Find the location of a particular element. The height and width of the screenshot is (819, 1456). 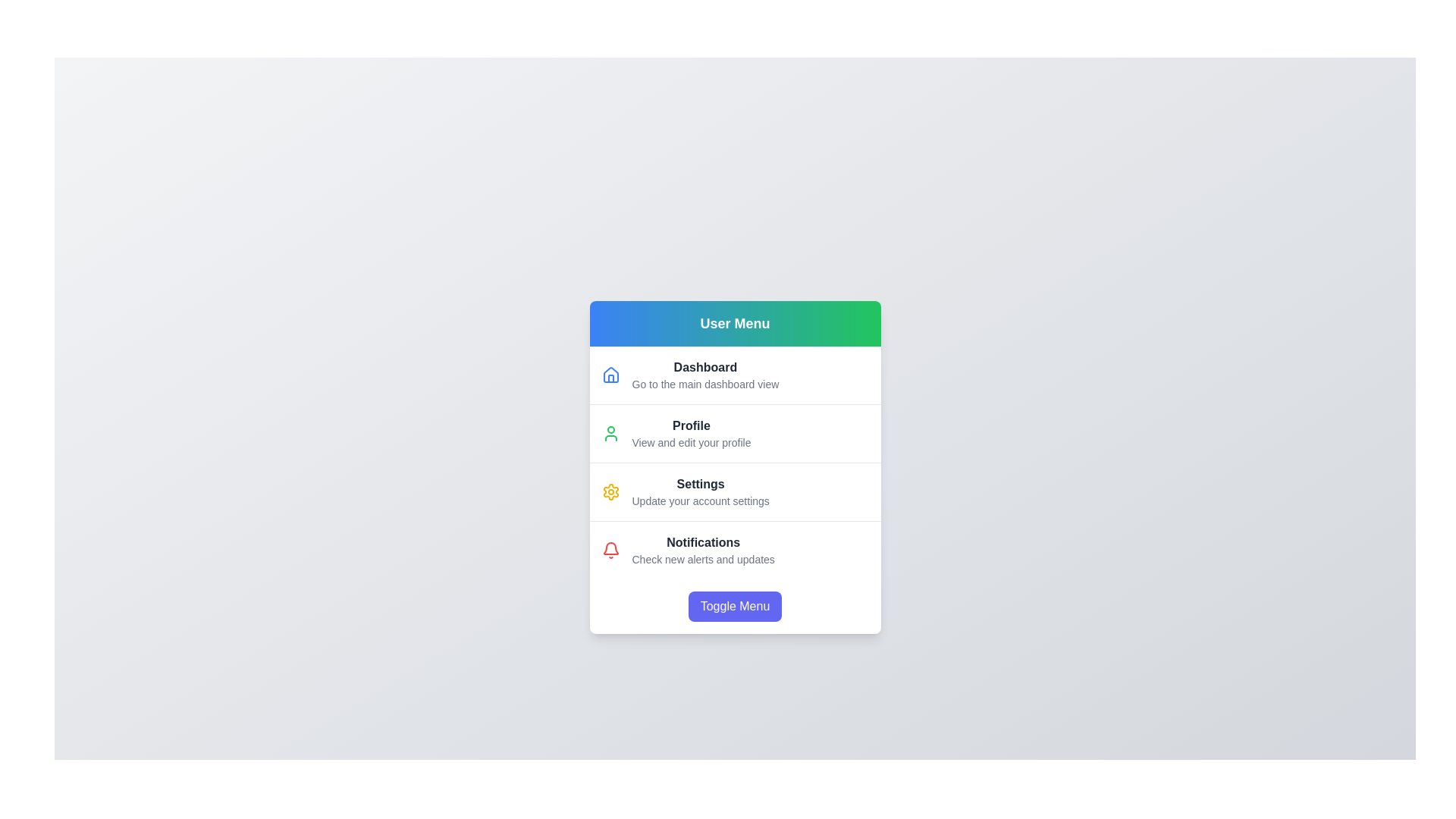

the 'Dashboard' menu item to navigate to the dashboard is located at coordinates (735, 375).